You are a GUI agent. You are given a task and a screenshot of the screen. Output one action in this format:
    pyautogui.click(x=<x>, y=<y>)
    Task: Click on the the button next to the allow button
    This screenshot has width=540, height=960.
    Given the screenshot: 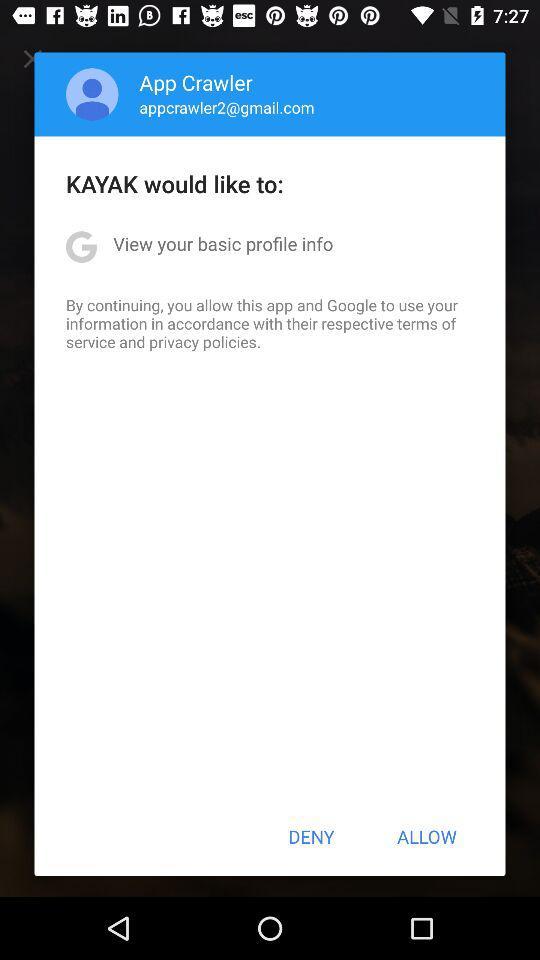 What is the action you would take?
    pyautogui.click(x=311, y=836)
    